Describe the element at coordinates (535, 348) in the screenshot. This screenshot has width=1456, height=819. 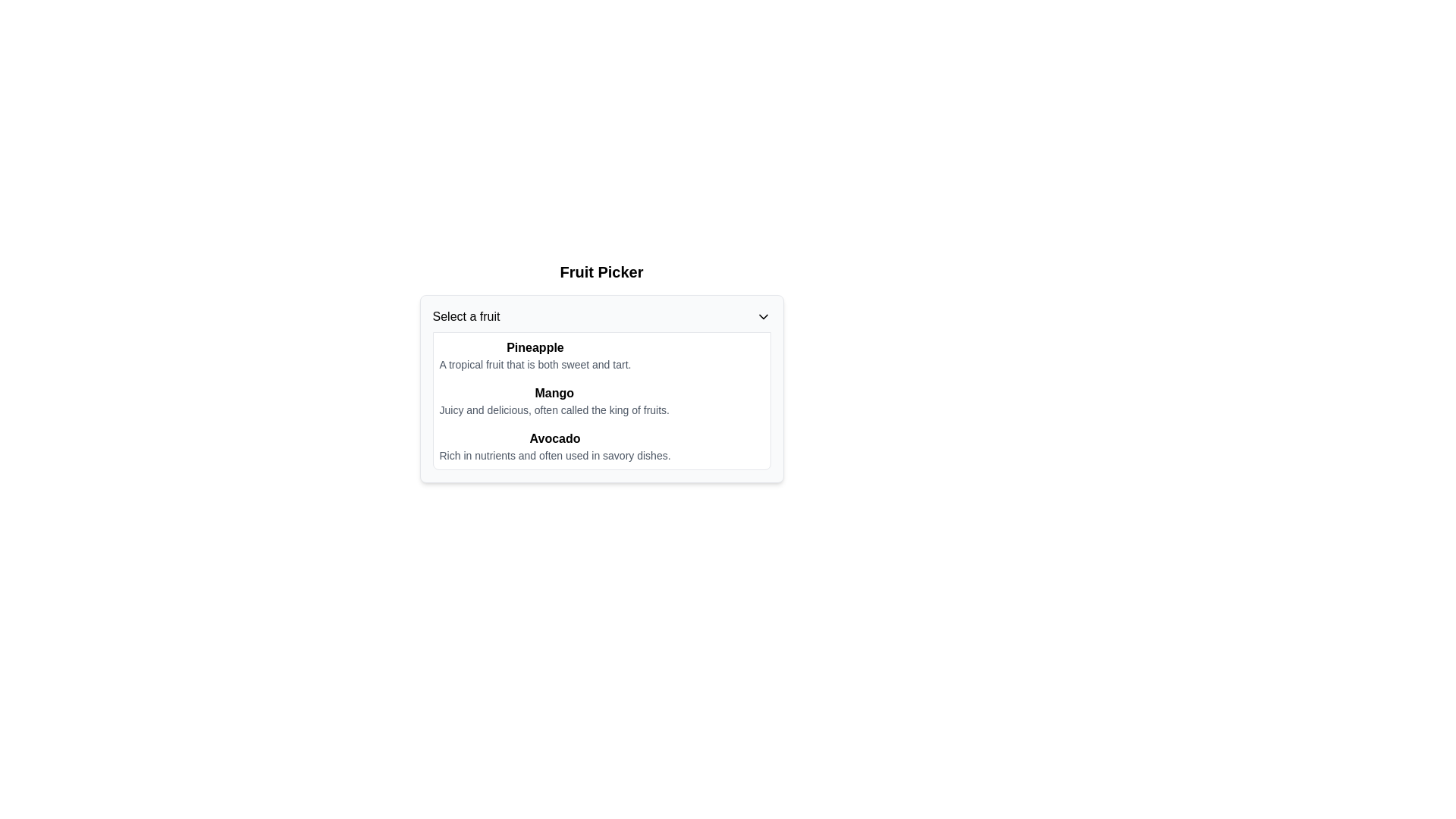
I see `text label that serves as the title for the 'Pineapple' item, located near the top of the fruit category list` at that location.